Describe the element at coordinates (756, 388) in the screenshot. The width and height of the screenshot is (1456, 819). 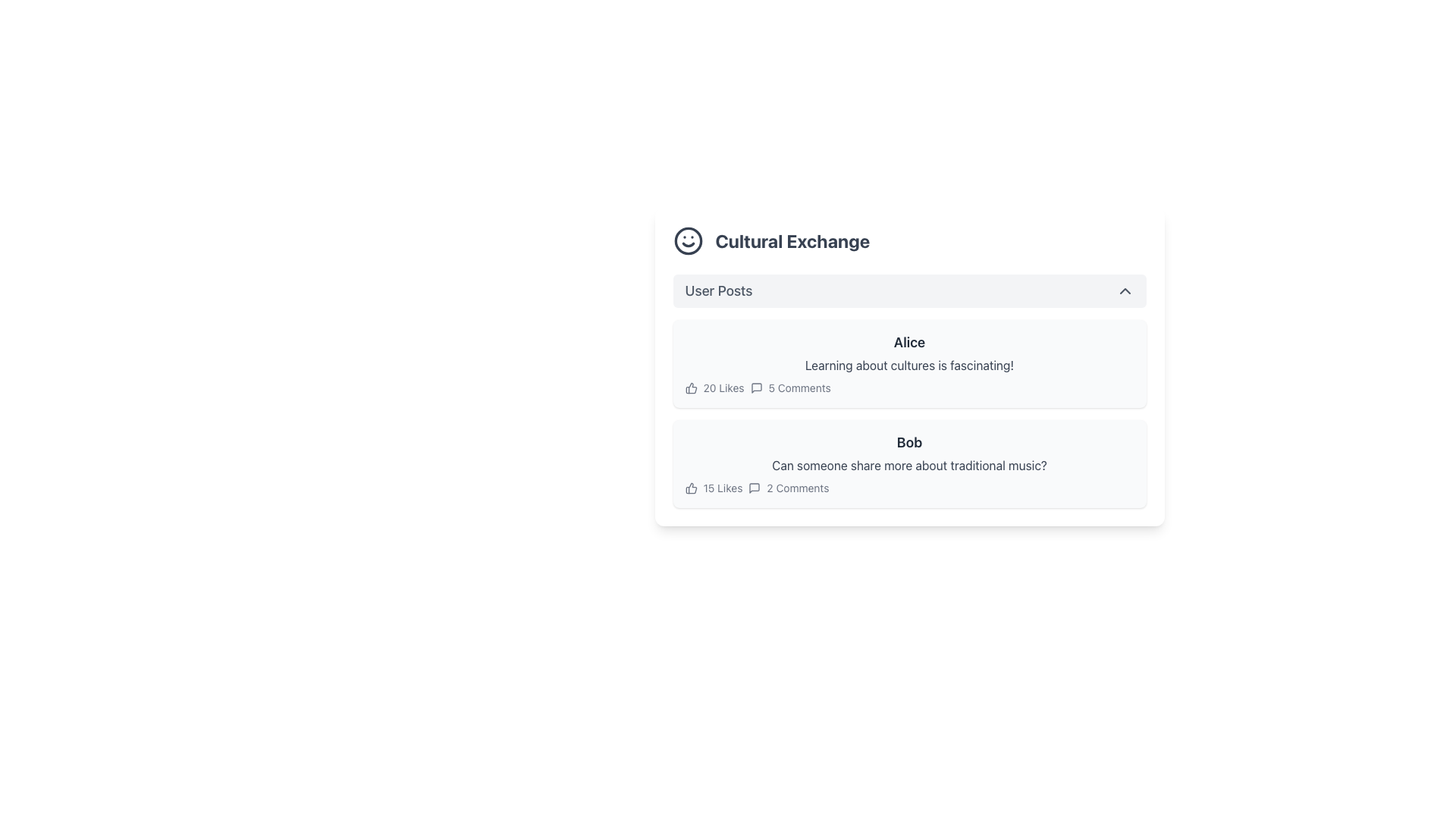
I see `the small speech bubble icon symbolizing comments, located in the second post section under the user named 'Alice', positioned to the right of the likes count` at that location.